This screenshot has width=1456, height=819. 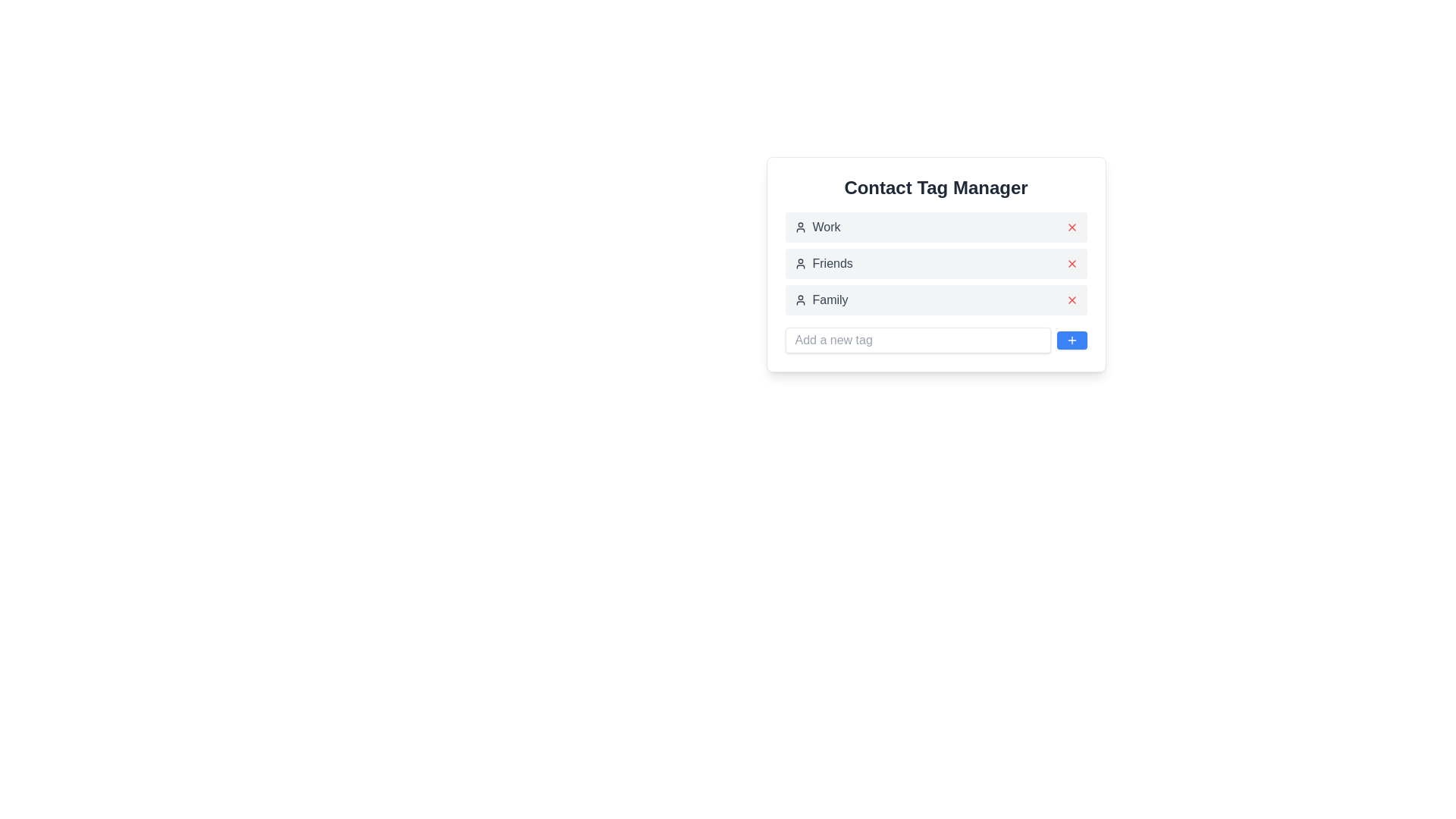 What do you see at coordinates (935, 262) in the screenshot?
I see `the 'Friends' tag element in the 'Contact Tag Manager'` at bounding box center [935, 262].